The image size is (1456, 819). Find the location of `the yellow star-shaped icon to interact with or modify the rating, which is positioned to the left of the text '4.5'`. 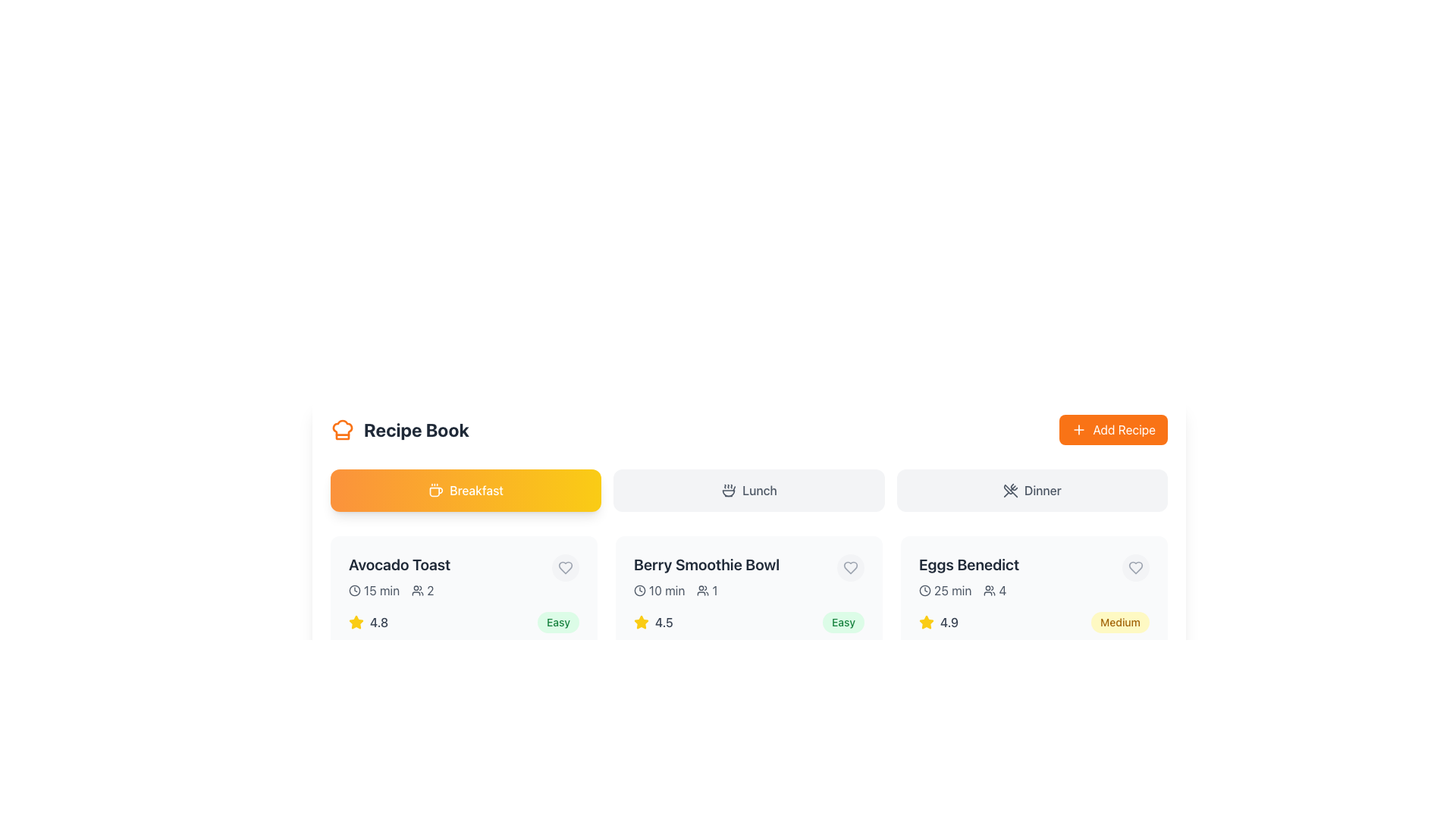

the yellow star-shaped icon to interact with or modify the rating, which is positioned to the left of the text '4.5' is located at coordinates (641, 623).